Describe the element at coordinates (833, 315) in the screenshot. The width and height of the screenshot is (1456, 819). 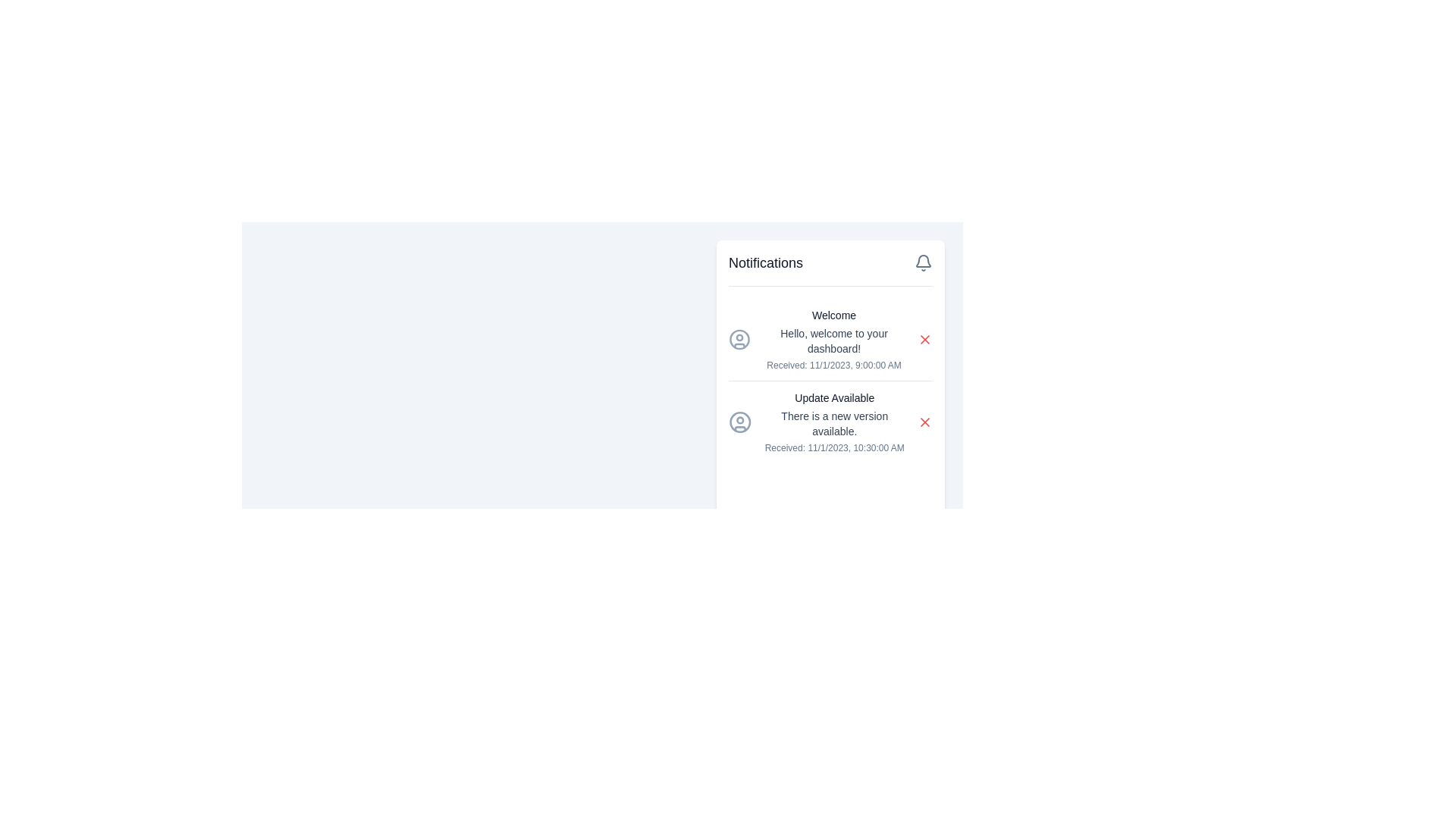
I see `text element that displays 'Welcome', which is styled in bold, dark slate color, and positioned at the top-center of the notification card` at that location.